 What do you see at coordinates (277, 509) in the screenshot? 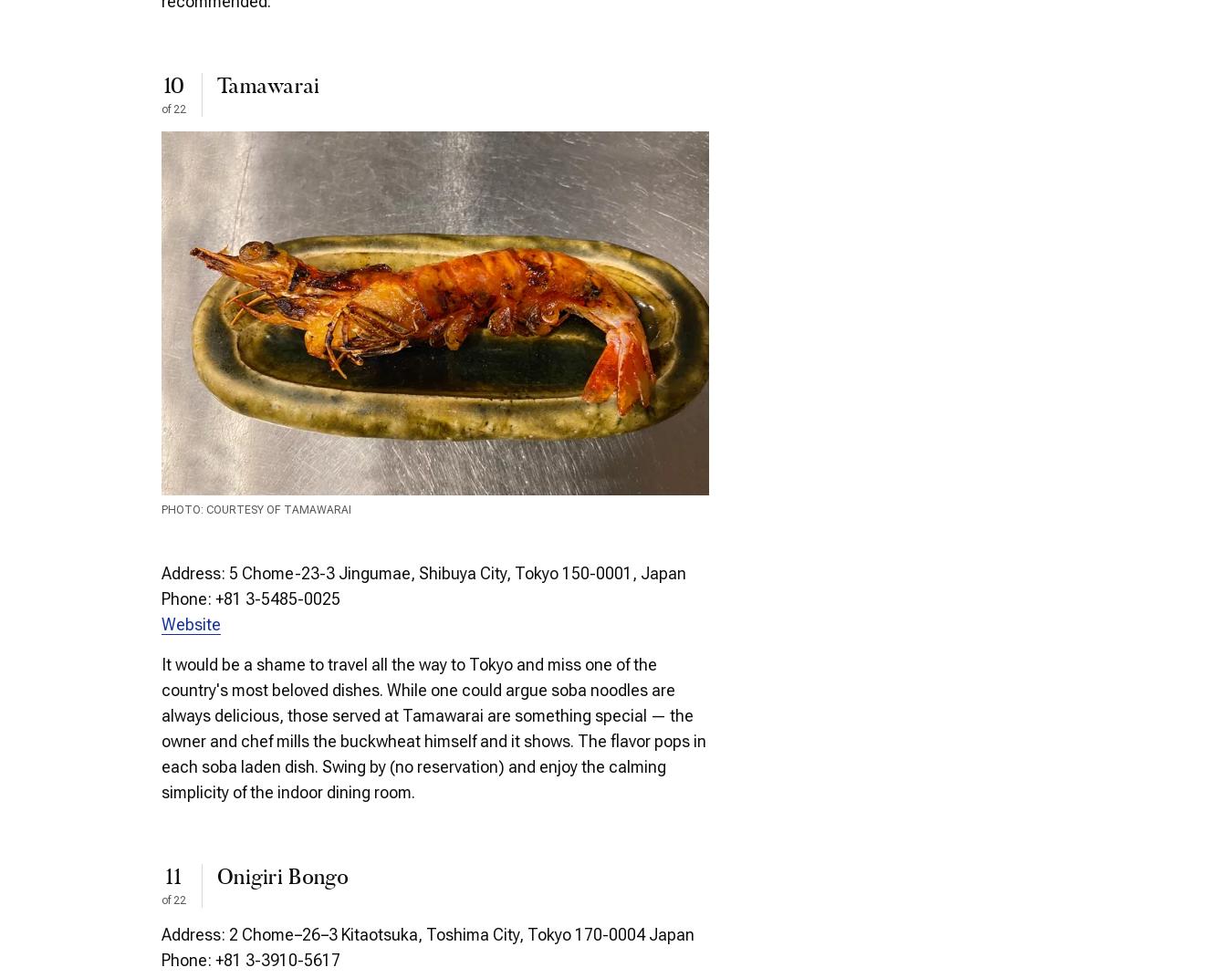
I see `'Courtesy of Tamawarai'` at bounding box center [277, 509].